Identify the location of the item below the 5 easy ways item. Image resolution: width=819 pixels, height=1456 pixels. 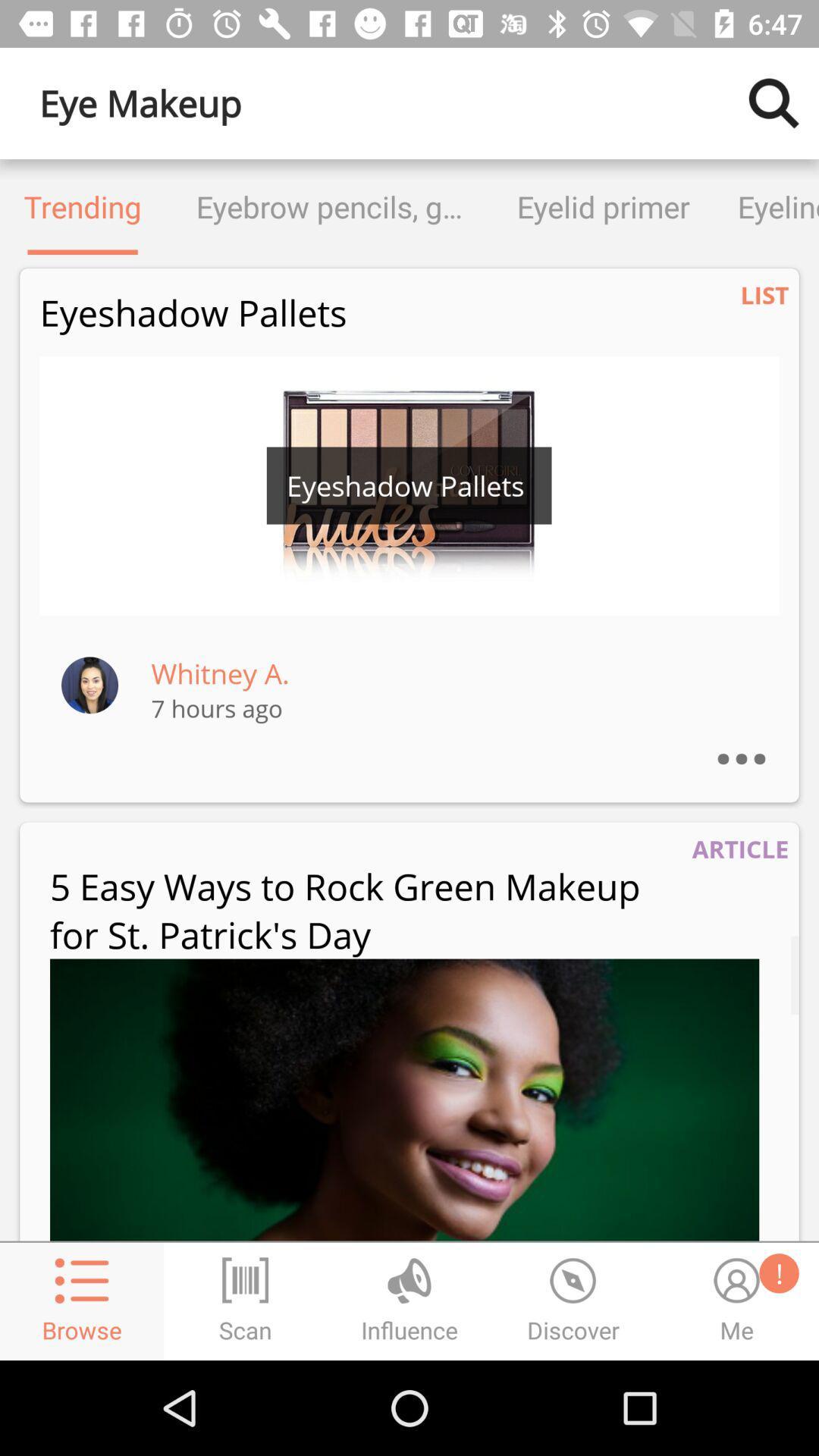
(403, 1100).